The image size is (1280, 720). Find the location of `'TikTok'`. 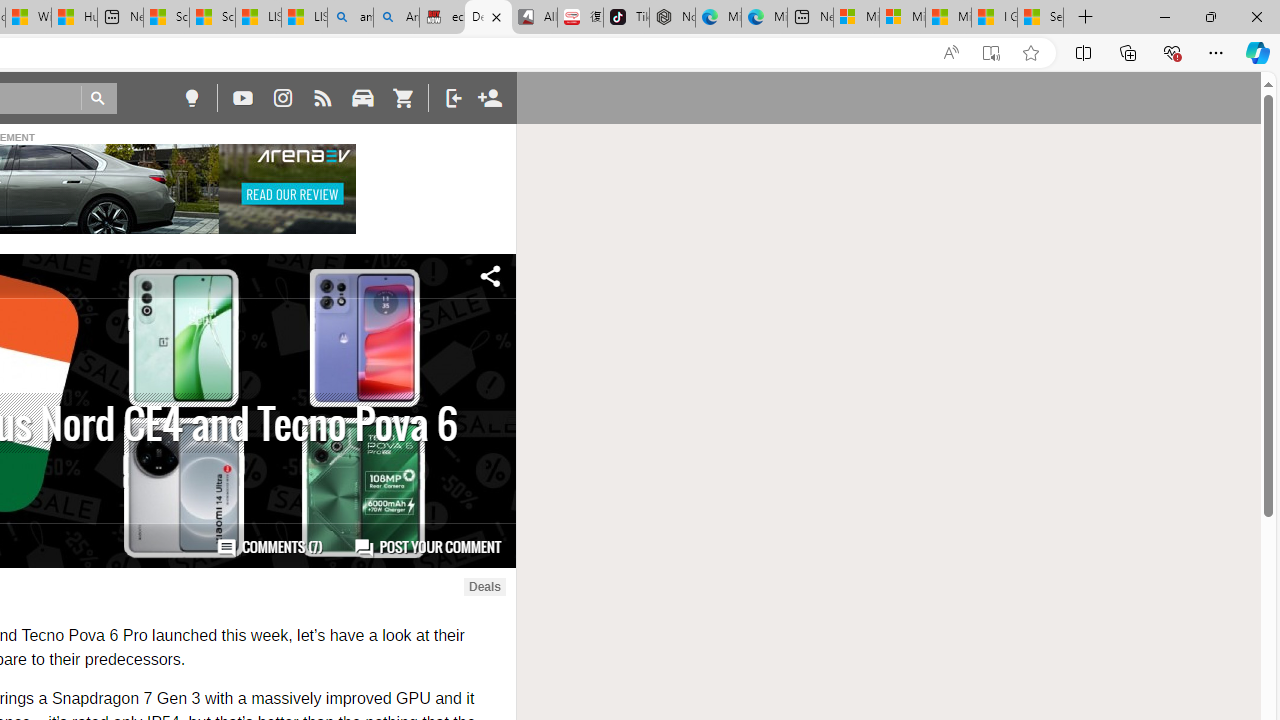

'TikTok' is located at coordinates (625, 17).